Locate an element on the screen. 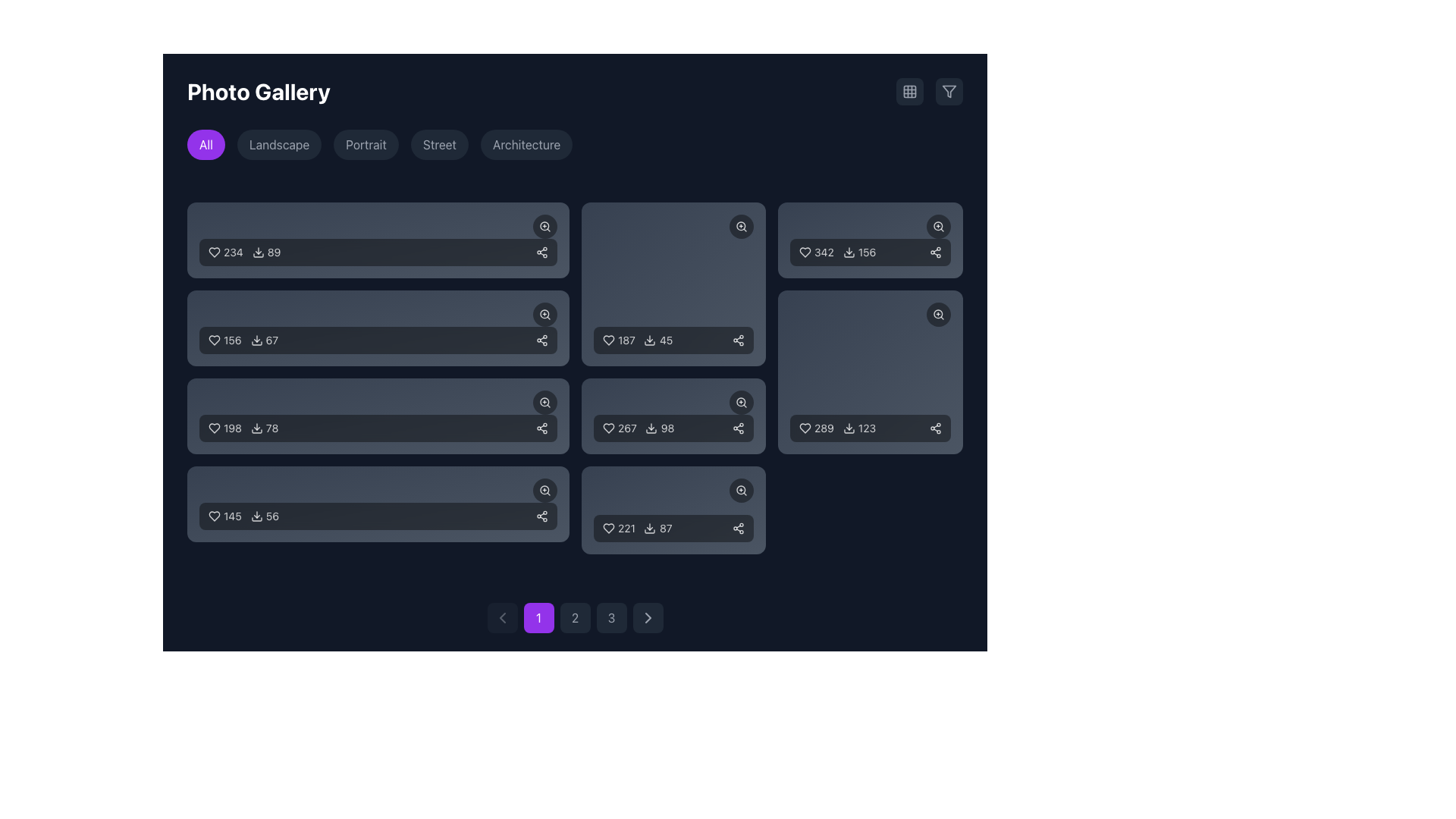  the information display box located in the third row, first column of the grid layout is located at coordinates (378, 428).